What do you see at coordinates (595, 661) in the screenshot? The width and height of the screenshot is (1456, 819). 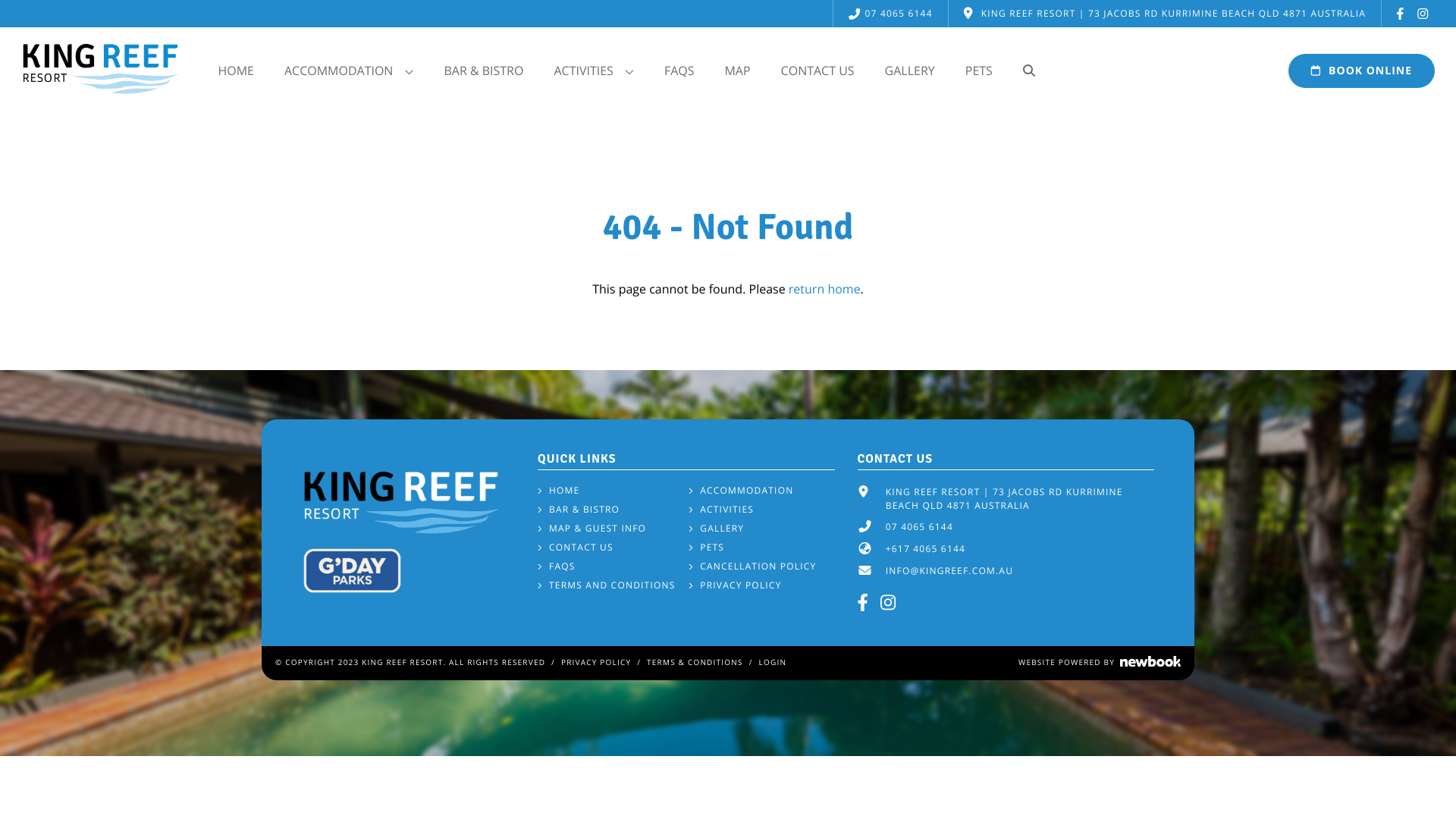 I see `'PRIVACY POLICY'` at bounding box center [595, 661].